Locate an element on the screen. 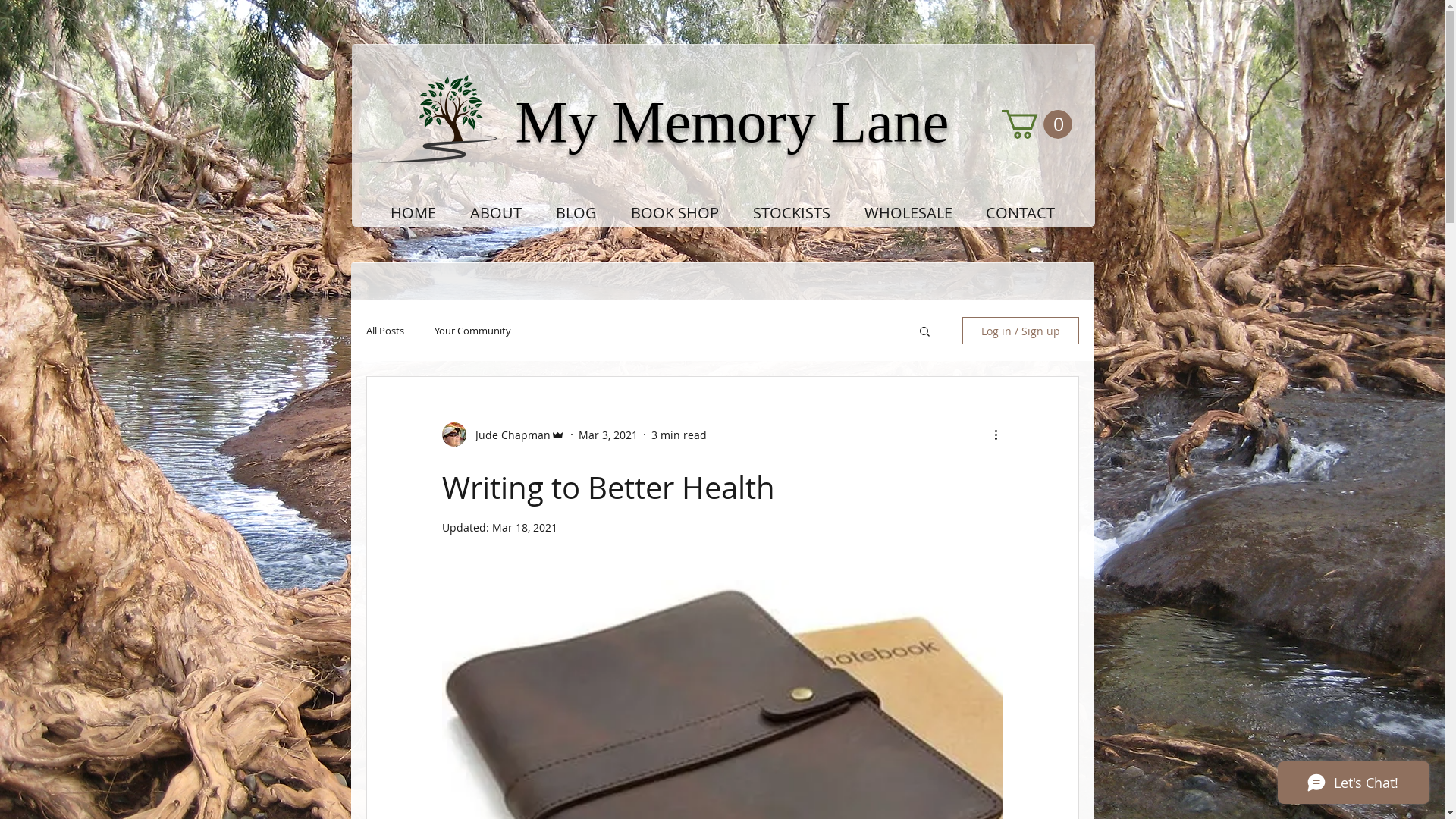 This screenshot has width=1456, height=819. 'HOME' is located at coordinates (413, 213).